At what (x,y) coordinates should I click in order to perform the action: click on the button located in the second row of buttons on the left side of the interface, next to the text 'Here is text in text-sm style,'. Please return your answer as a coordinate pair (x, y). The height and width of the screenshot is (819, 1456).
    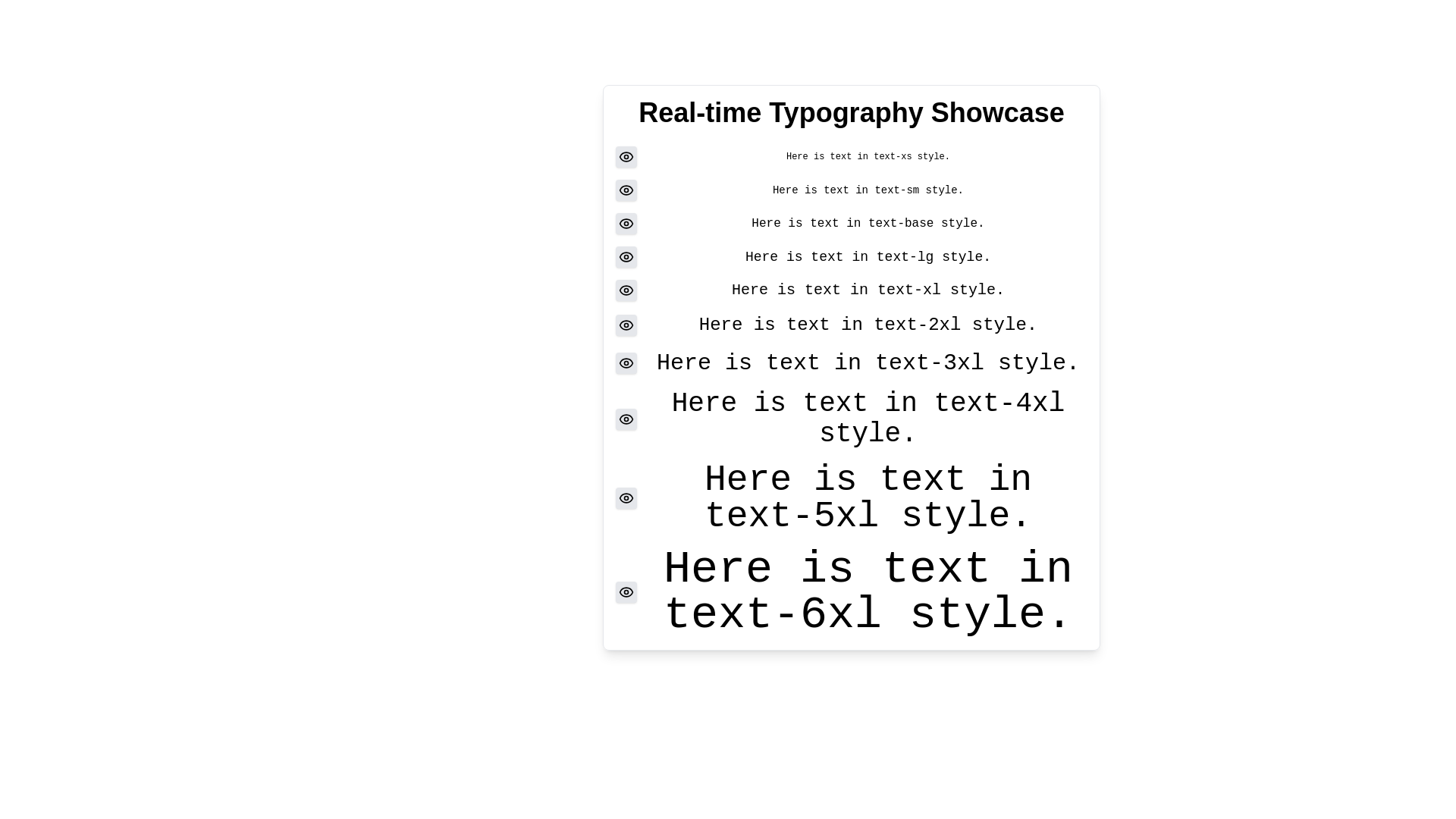
    Looking at the image, I should click on (626, 189).